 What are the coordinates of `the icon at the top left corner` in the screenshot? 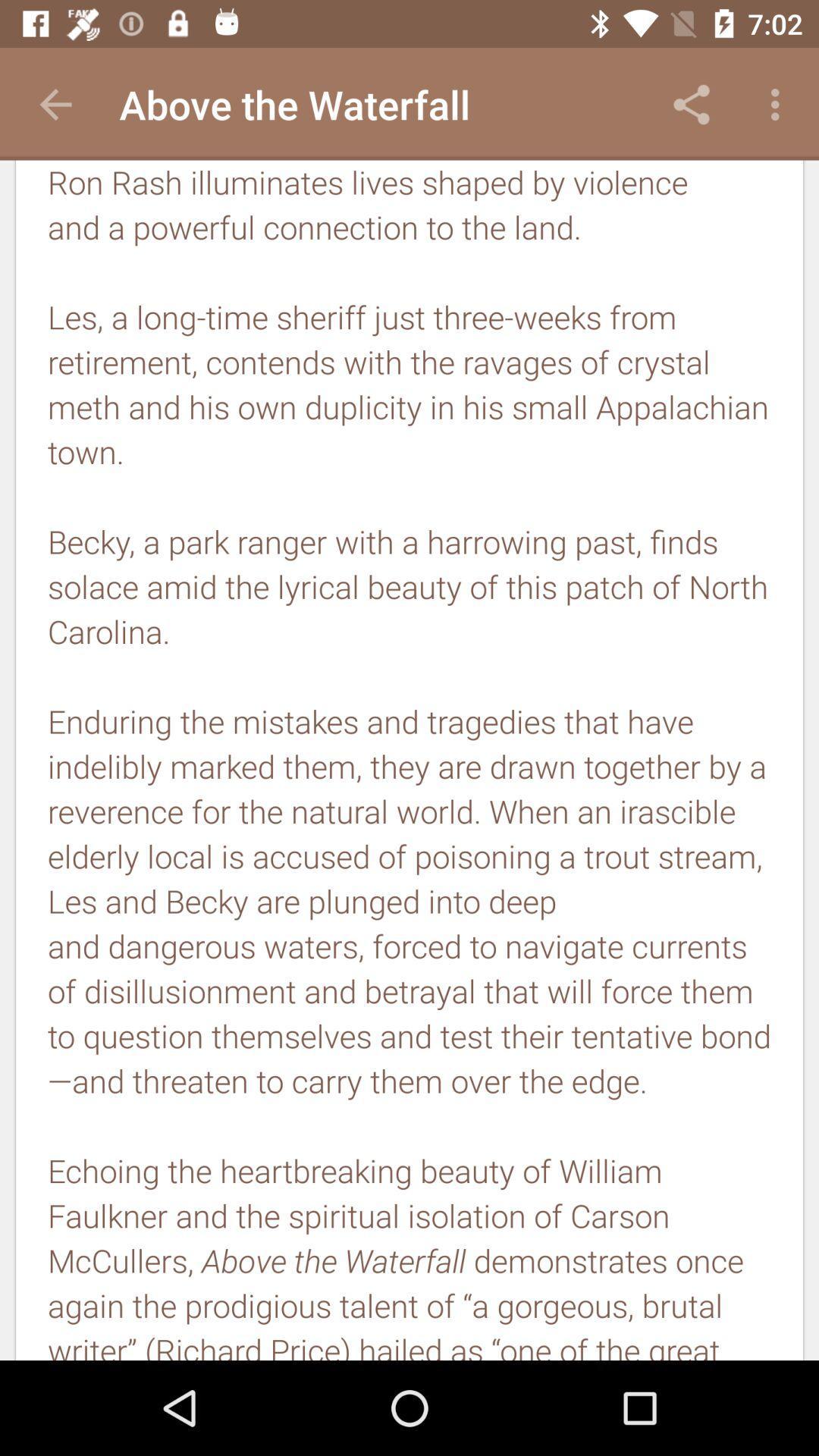 It's located at (55, 104).